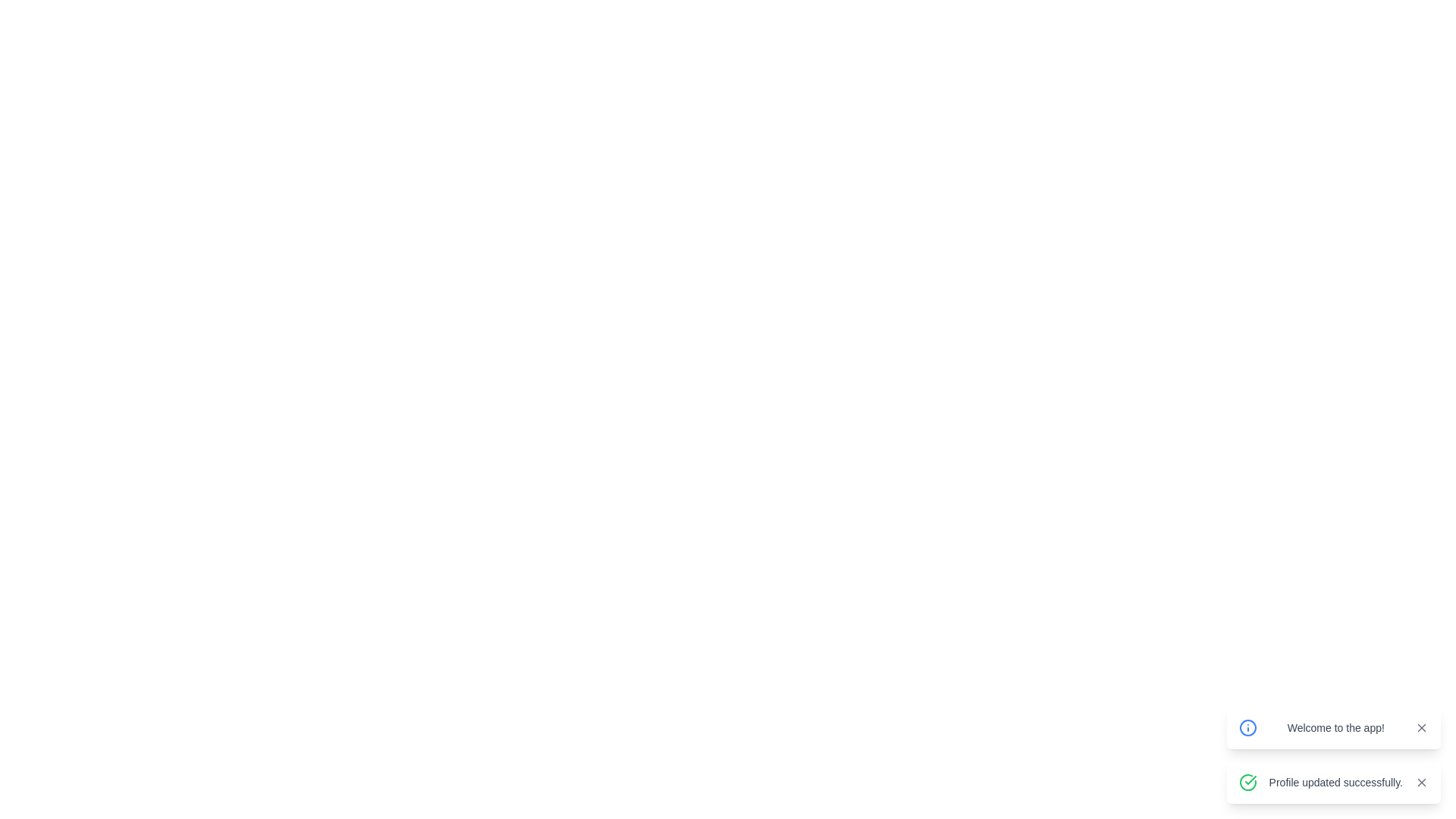  Describe the element at coordinates (1247, 727) in the screenshot. I see `the circular information icon with a blue border located in the notification box at the top right corner, next to the text 'Welcome to the app!'` at that location.